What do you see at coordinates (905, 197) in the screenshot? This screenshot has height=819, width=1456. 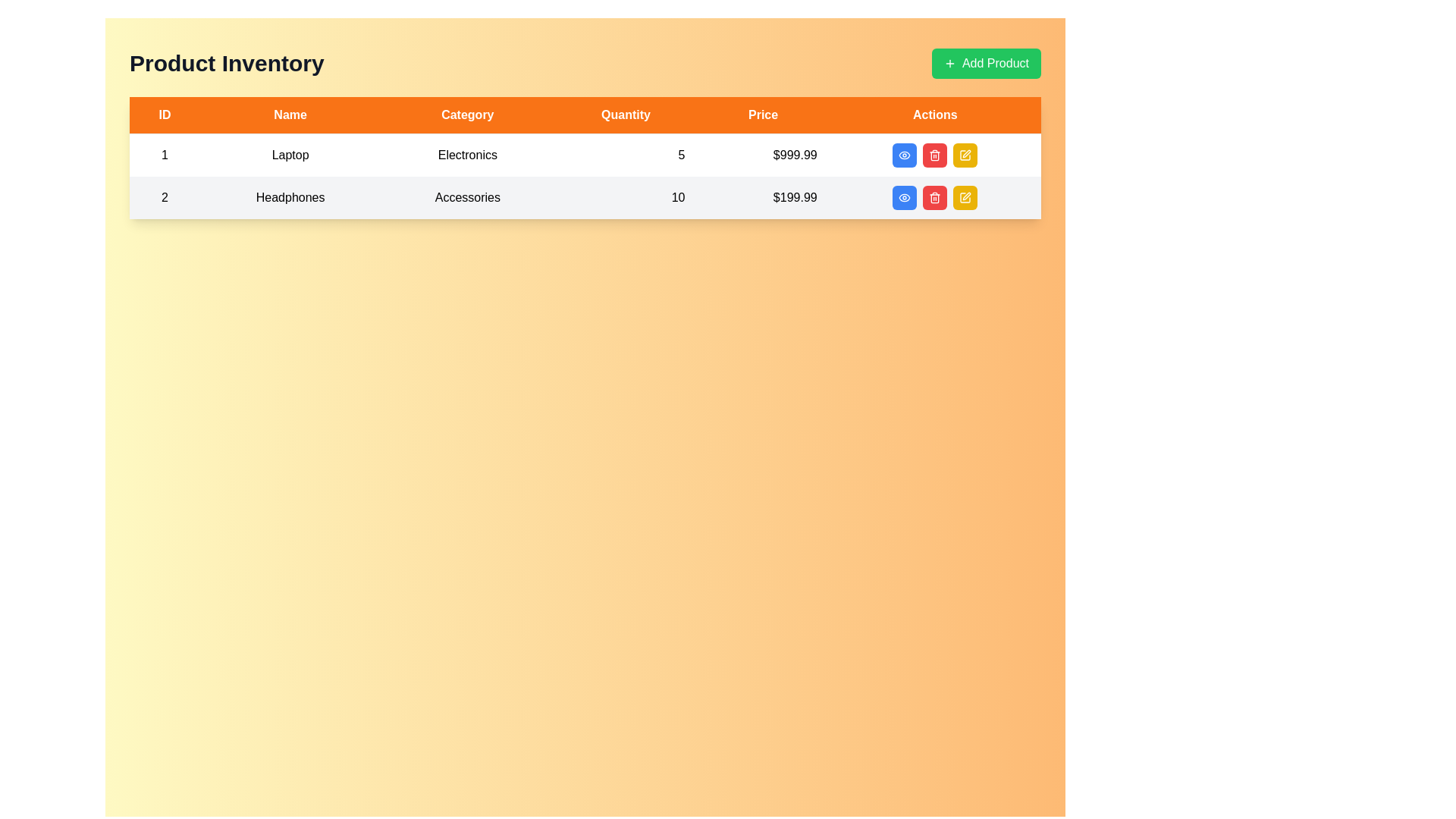 I see `the circular eye icon button with a blue background located in the 'Actions' column of the second row in the table` at bounding box center [905, 197].